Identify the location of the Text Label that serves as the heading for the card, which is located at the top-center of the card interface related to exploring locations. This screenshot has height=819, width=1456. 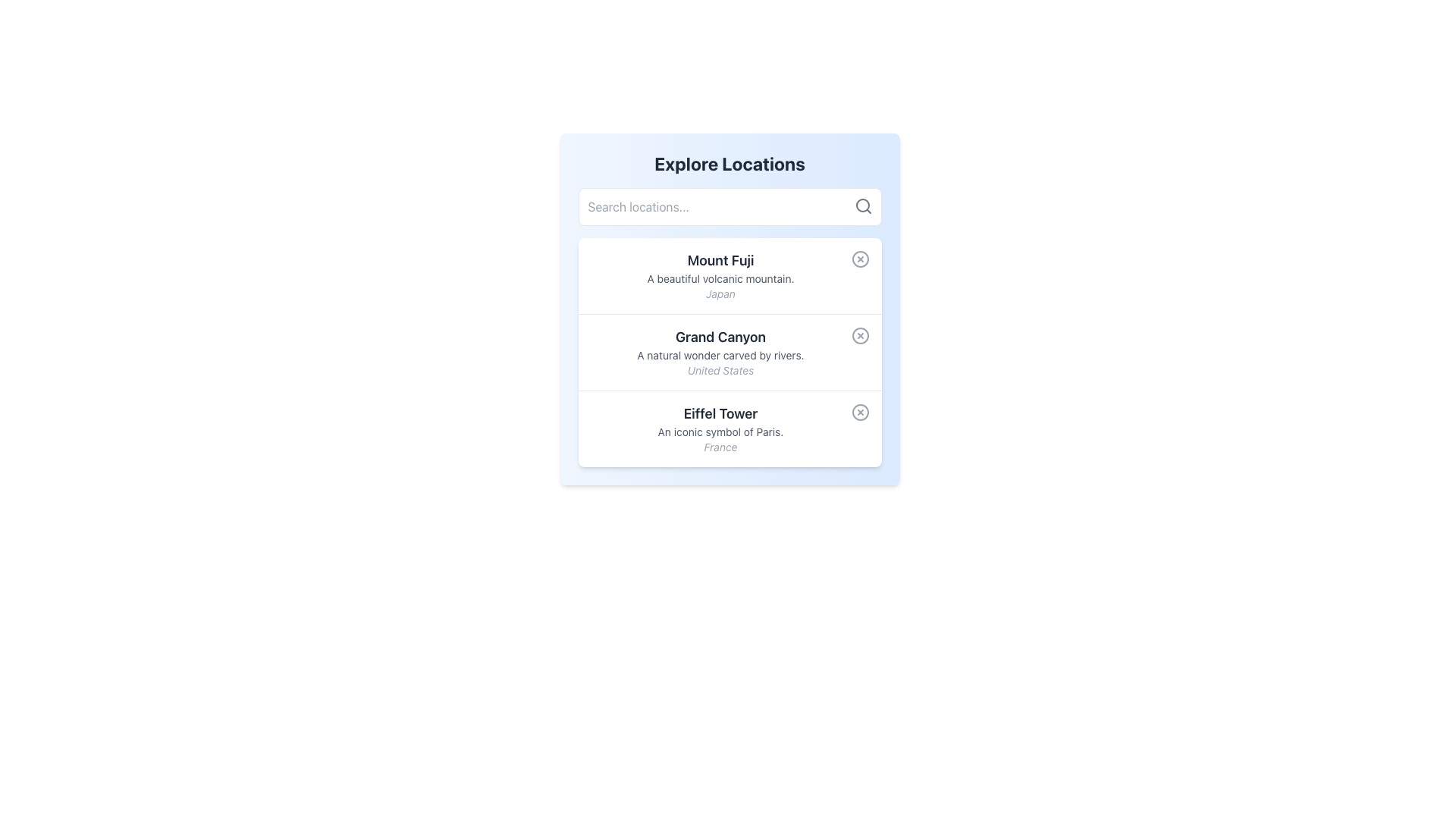
(730, 164).